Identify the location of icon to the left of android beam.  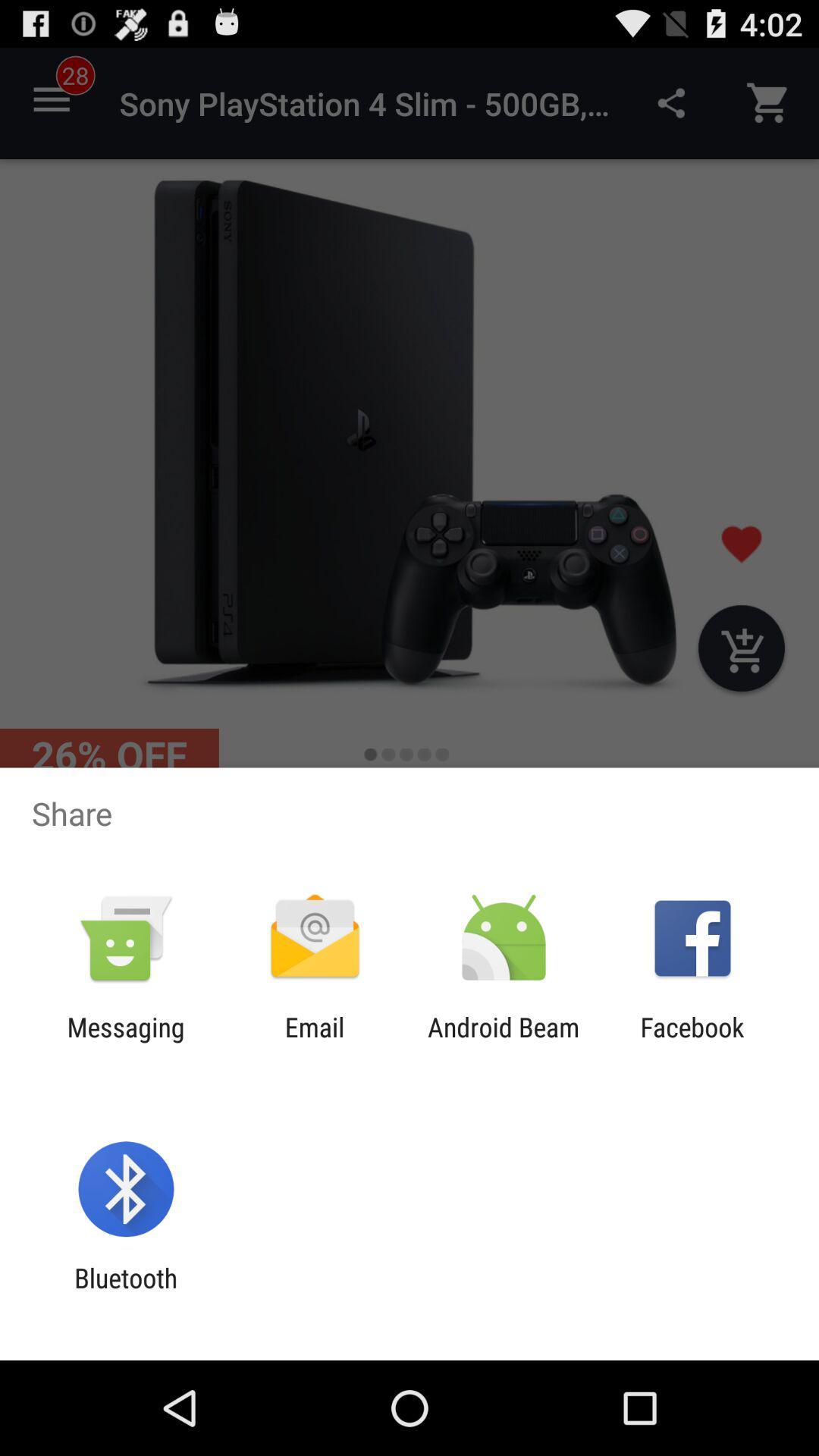
(314, 1042).